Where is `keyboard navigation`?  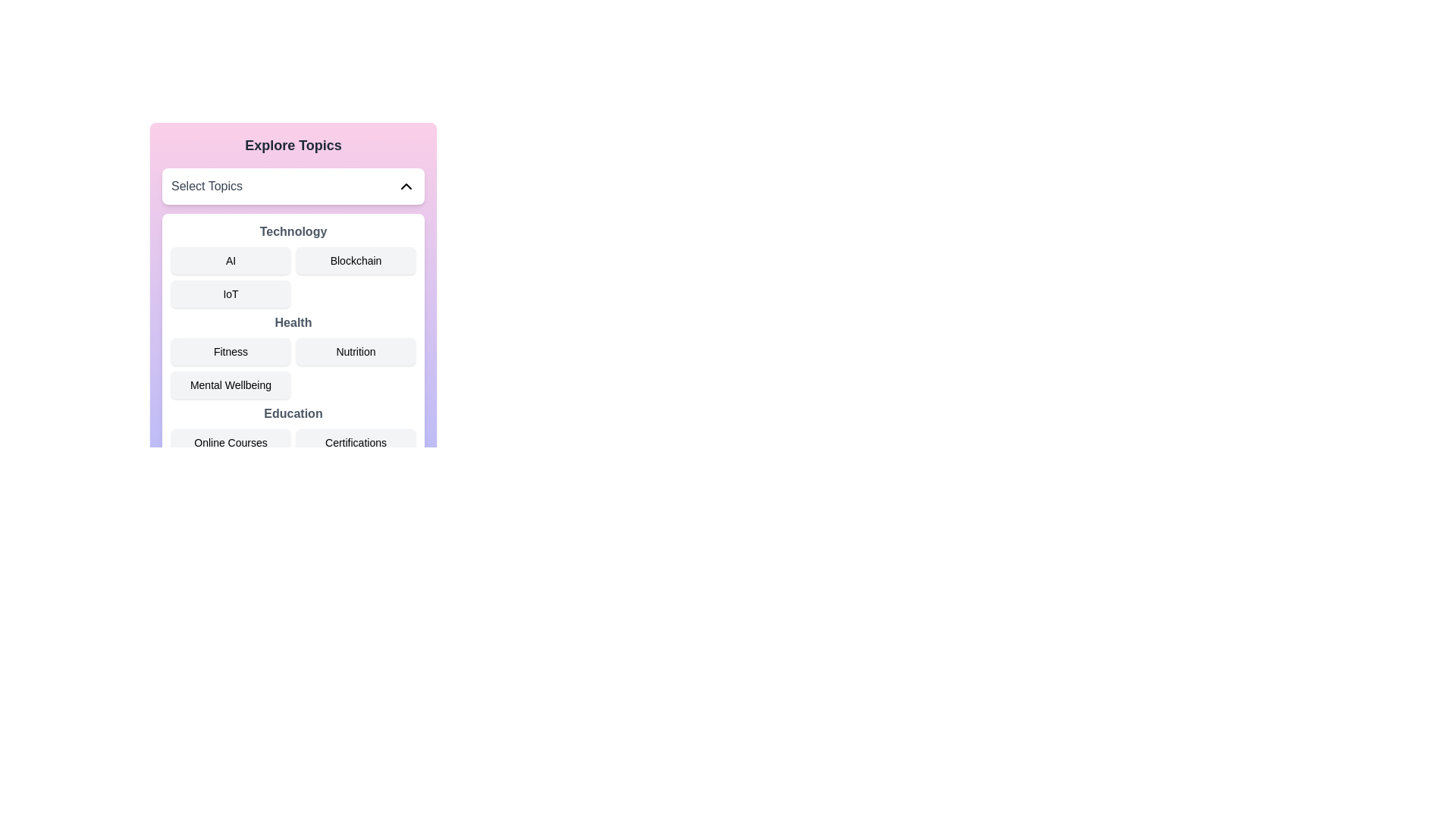
keyboard navigation is located at coordinates (230, 442).